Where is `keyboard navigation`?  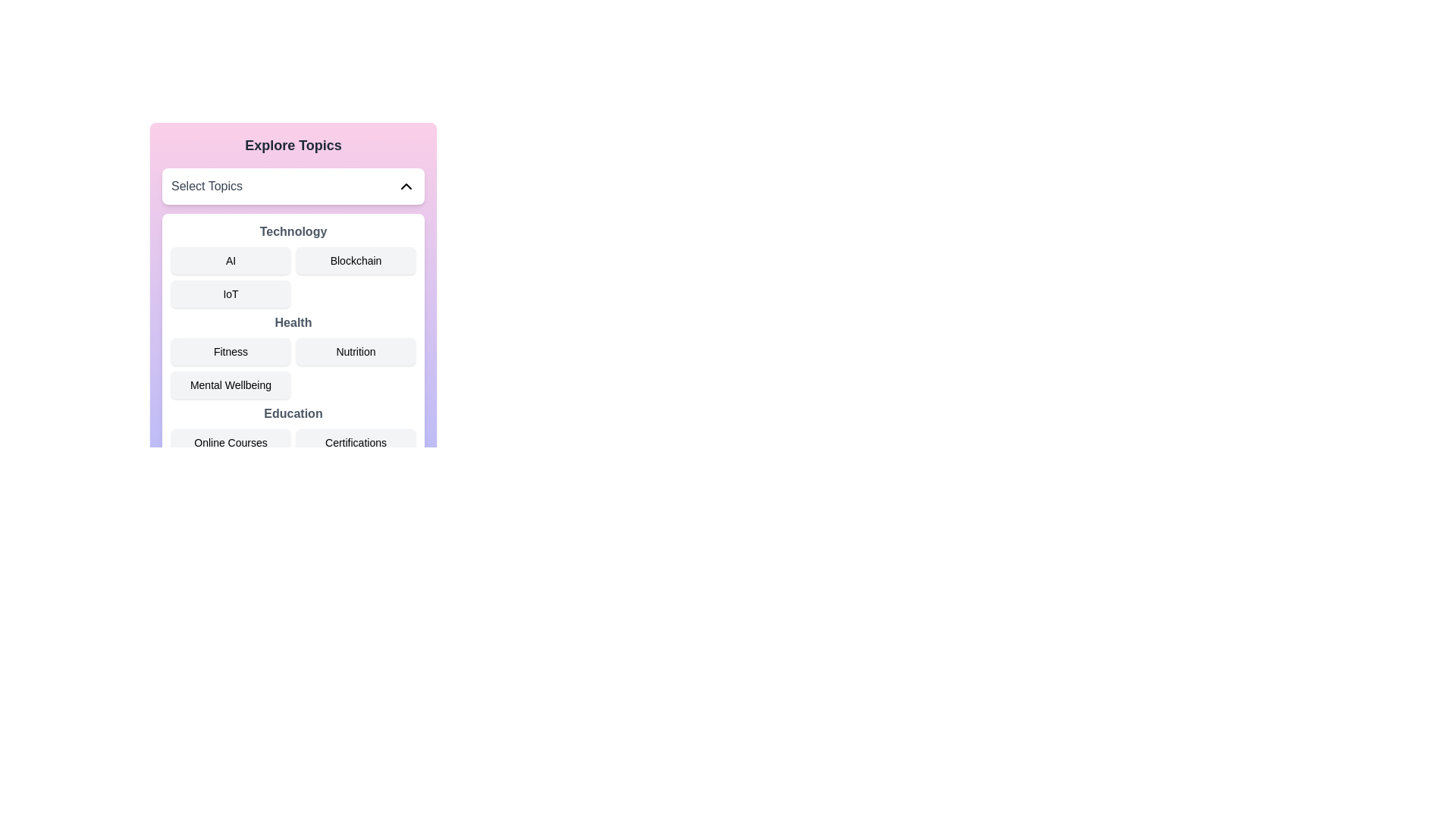
keyboard navigation is located at coordinates (230, 442).